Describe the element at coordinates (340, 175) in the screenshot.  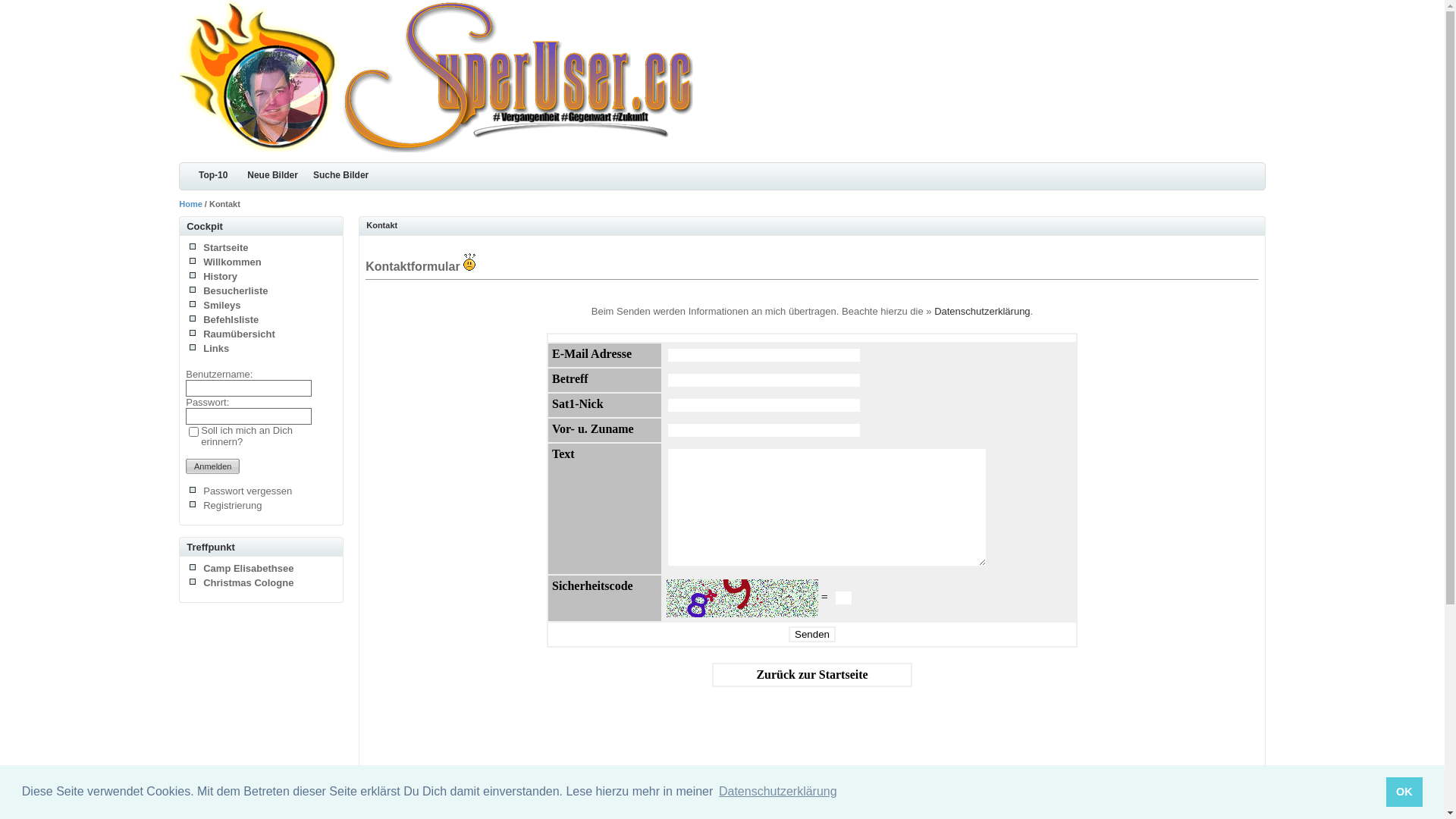
I see `'Suche Bilder'` at that location.